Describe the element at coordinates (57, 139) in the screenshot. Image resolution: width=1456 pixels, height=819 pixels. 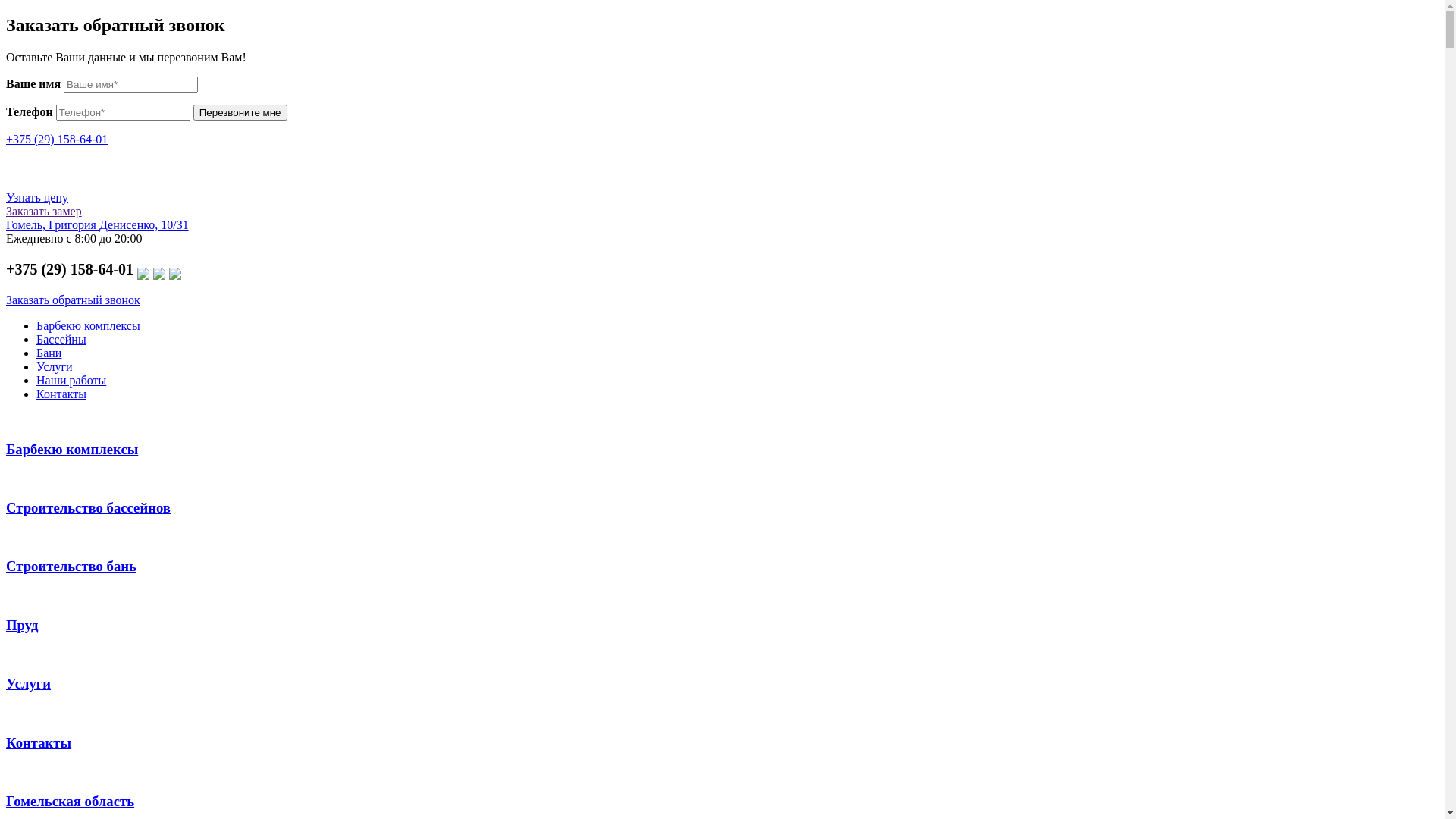
I see `'+375 (29) 158-64-01'` at that location.